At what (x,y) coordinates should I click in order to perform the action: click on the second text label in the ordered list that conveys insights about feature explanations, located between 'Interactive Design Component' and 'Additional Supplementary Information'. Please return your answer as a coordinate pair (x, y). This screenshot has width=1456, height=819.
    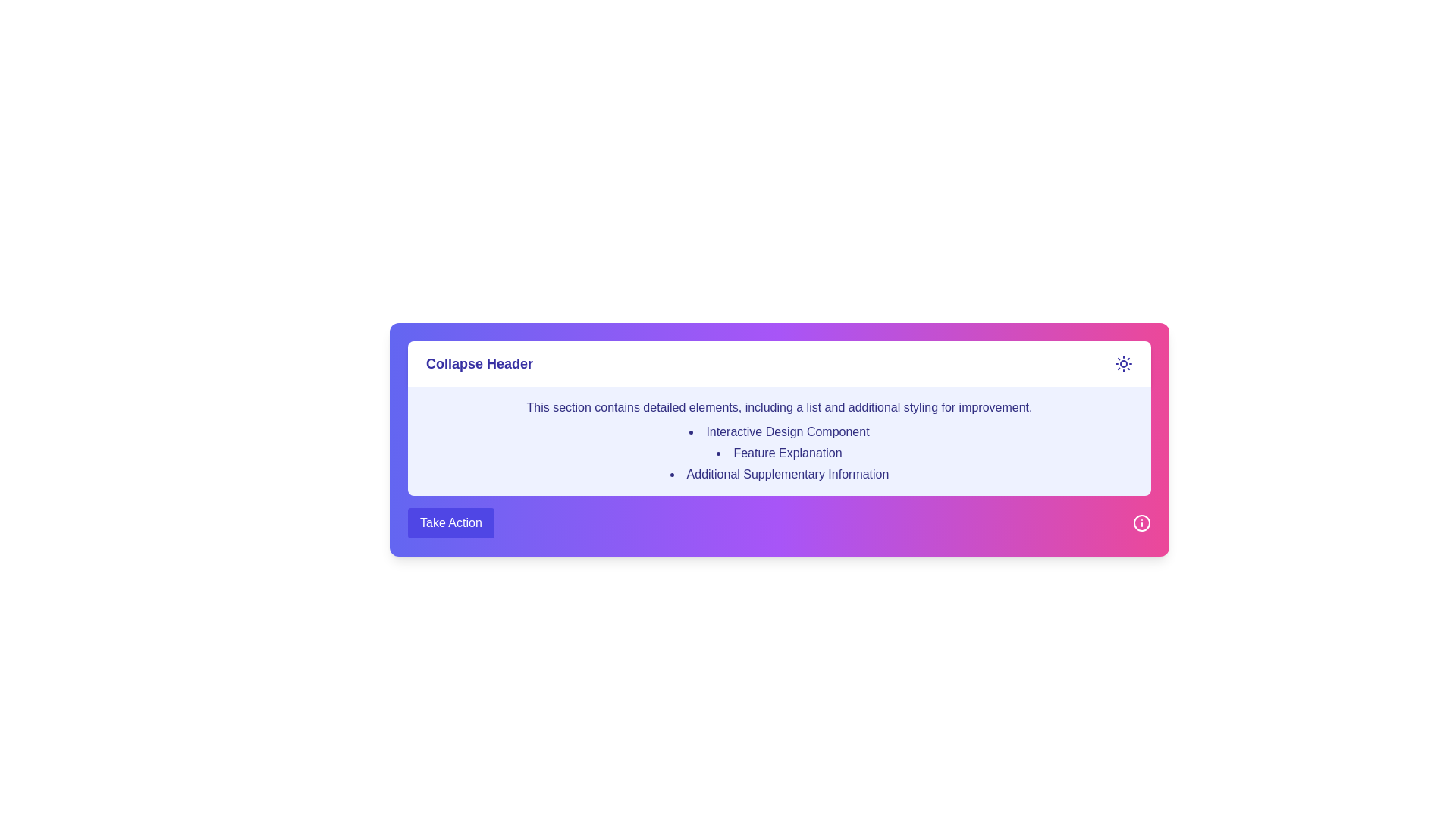
    Looking at the image, I should click on (779, 452).